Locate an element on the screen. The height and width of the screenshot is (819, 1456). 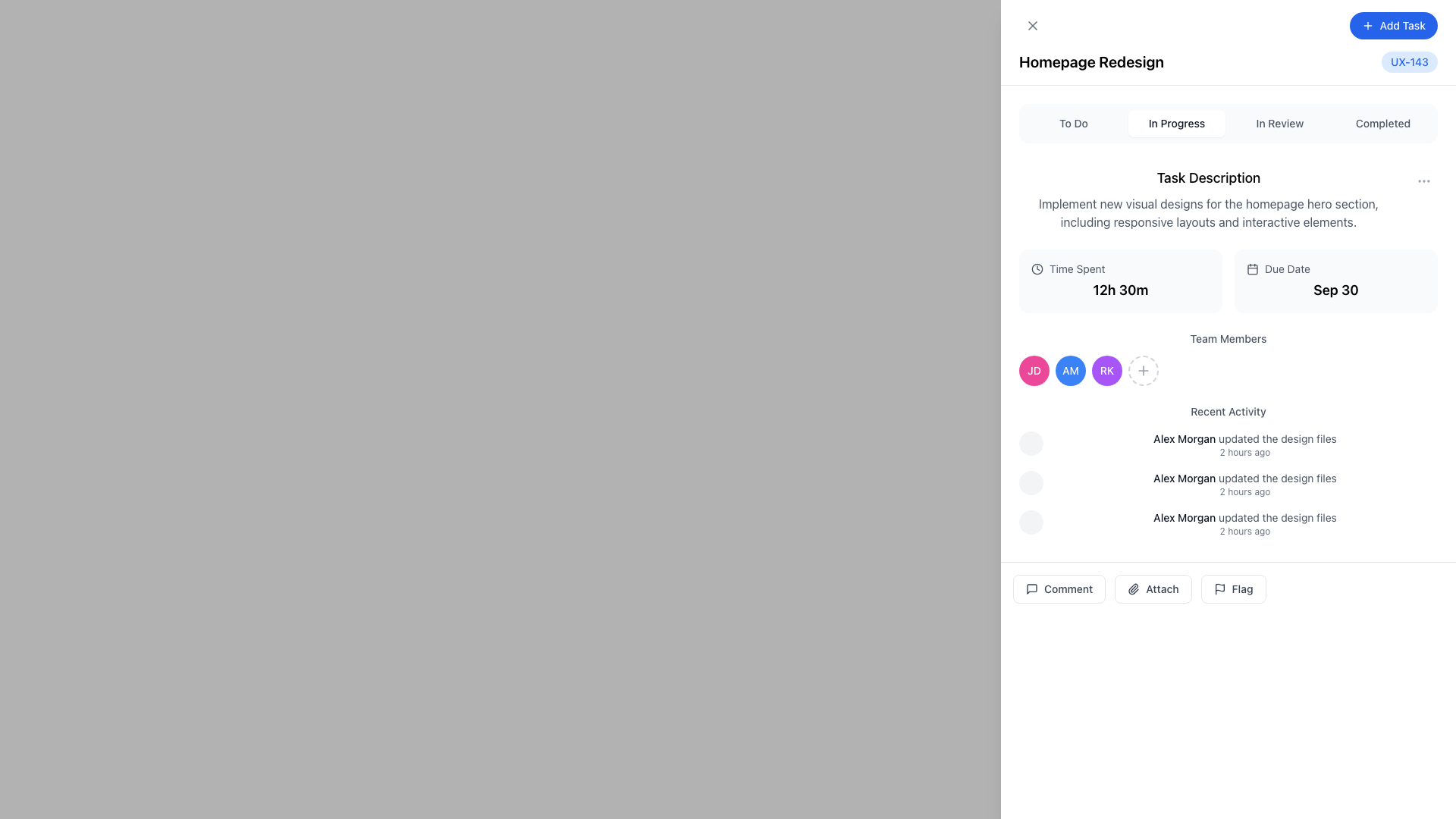
the minimalist speech bubble icon located in the lower part of the interface is located at coordinates (1031, 588).